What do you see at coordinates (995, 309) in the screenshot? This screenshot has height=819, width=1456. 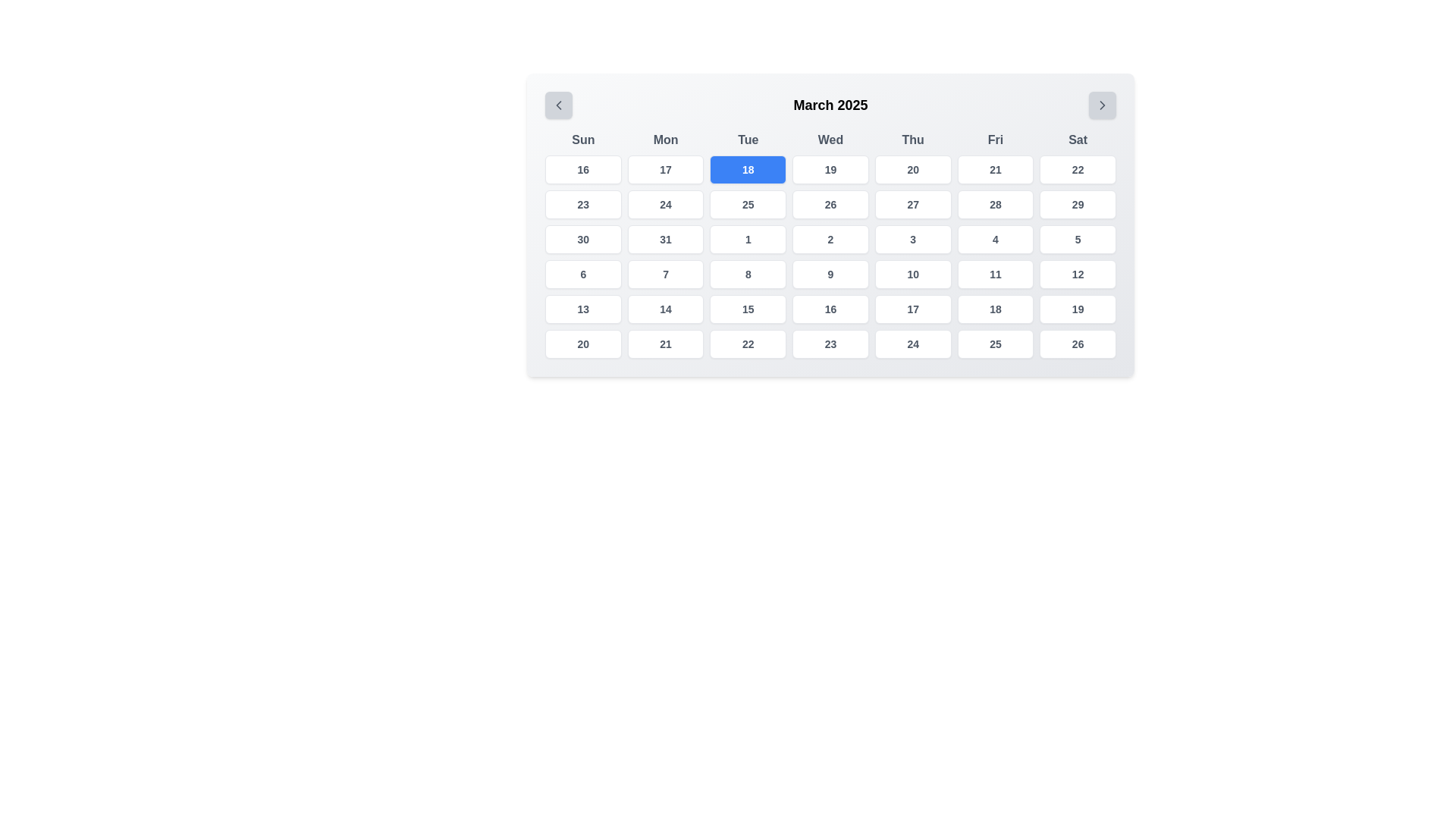 I see `the button displaying the number '18' in the calendar interface` at bounding box center [995, 309].